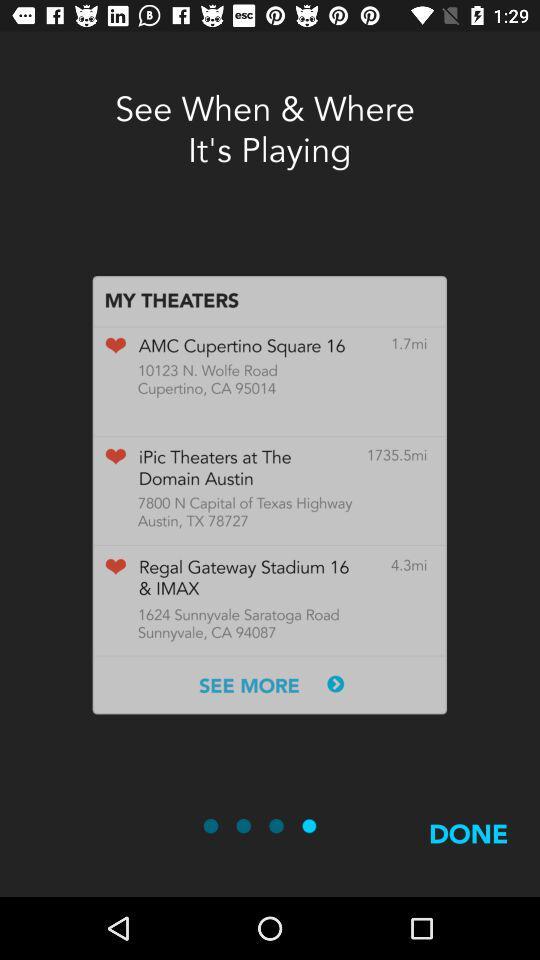 This screenshot has width=540, height=960. Describe the element at coordinates (269, 494) in the screenshot. I see `playing list` at that location.